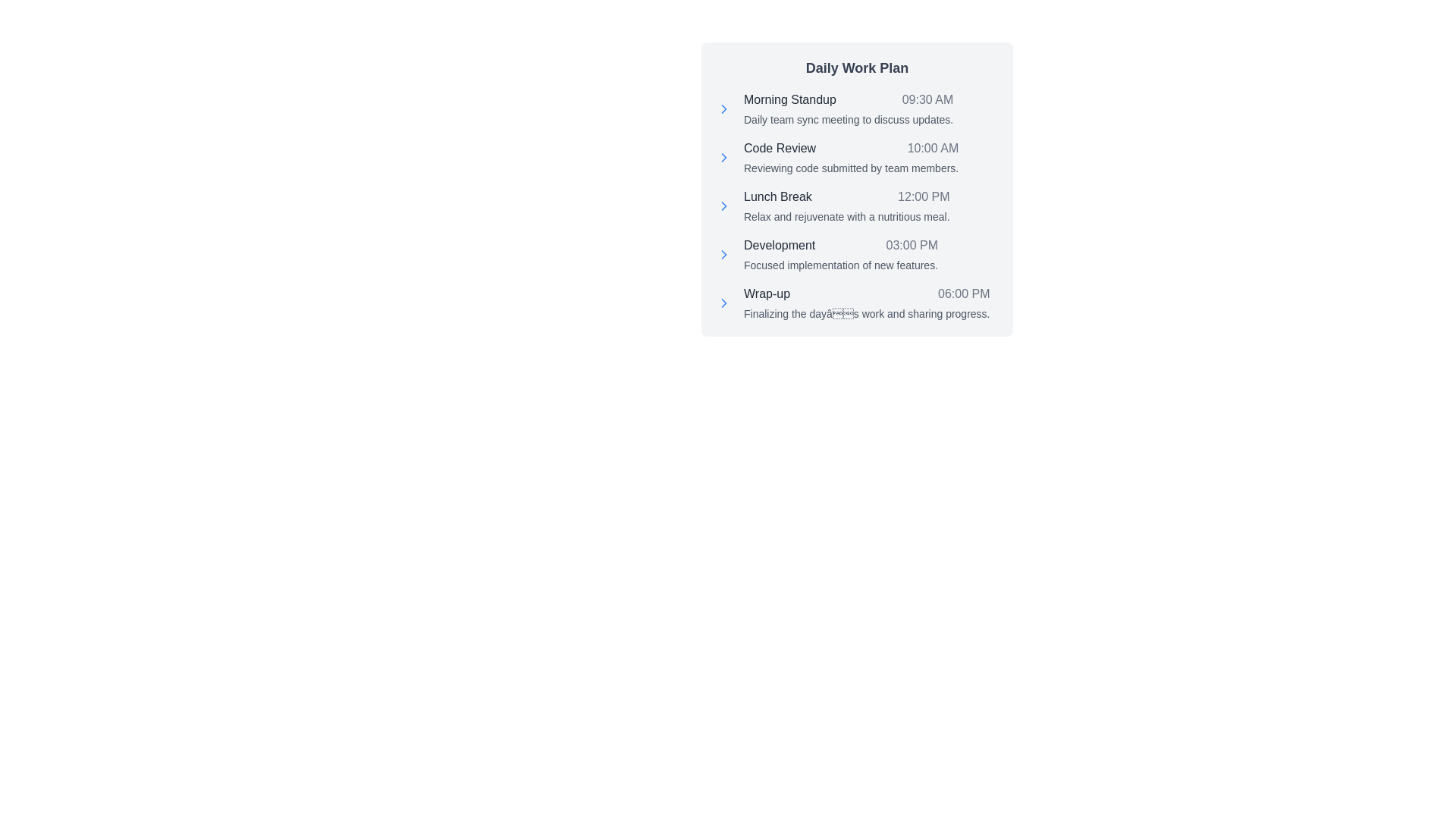 This screenshot has height=819, width=1456. What do you see at coordinates (848, 119) in the screenshot?
I see `the informational text about the 'Morning Standup' meeting that follows the title and time in the vertical list` at bounding box center [848, 119].